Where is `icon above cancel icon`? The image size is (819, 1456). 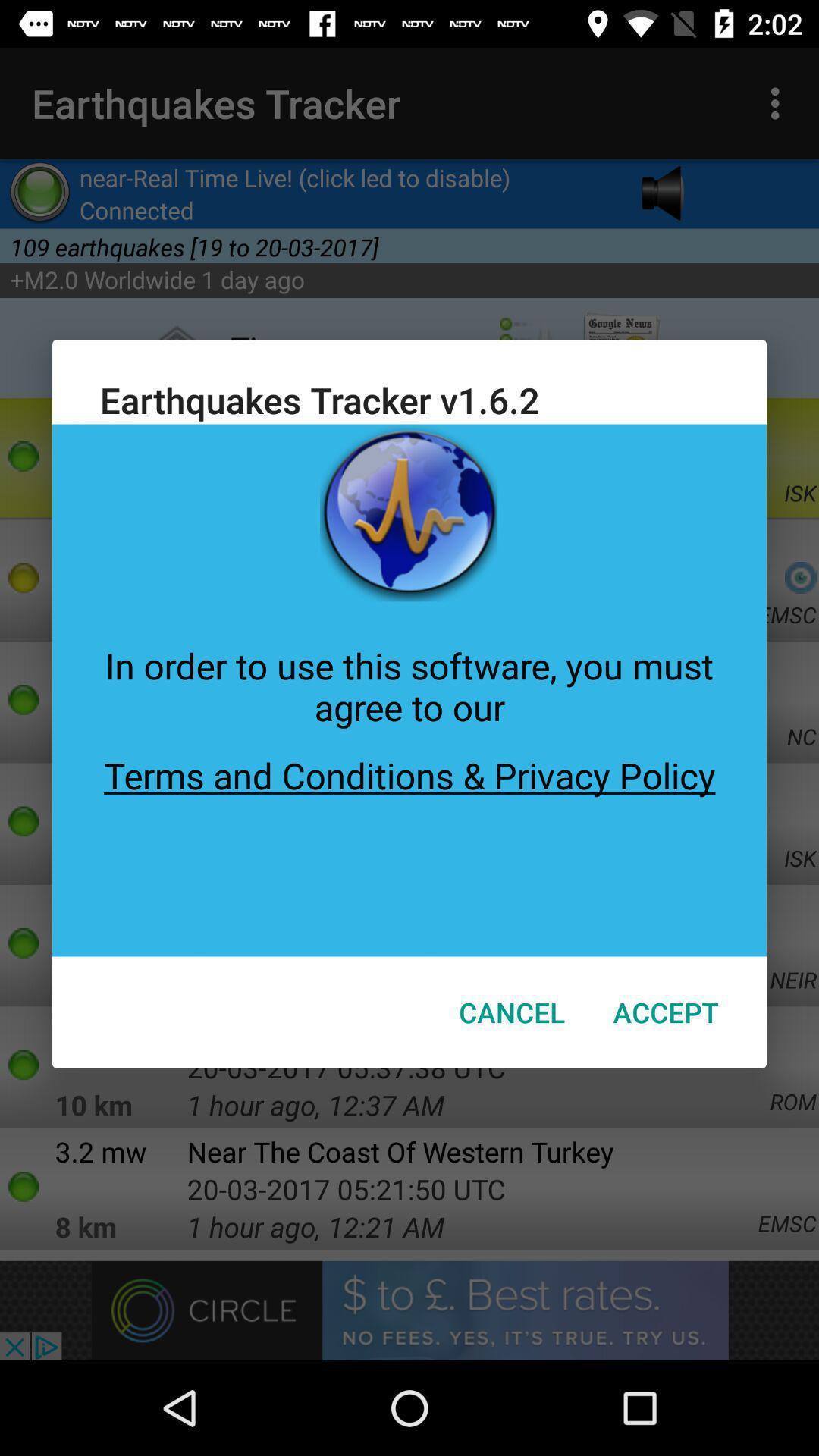 icon above cancel icon is located at coordinates (409, 843).